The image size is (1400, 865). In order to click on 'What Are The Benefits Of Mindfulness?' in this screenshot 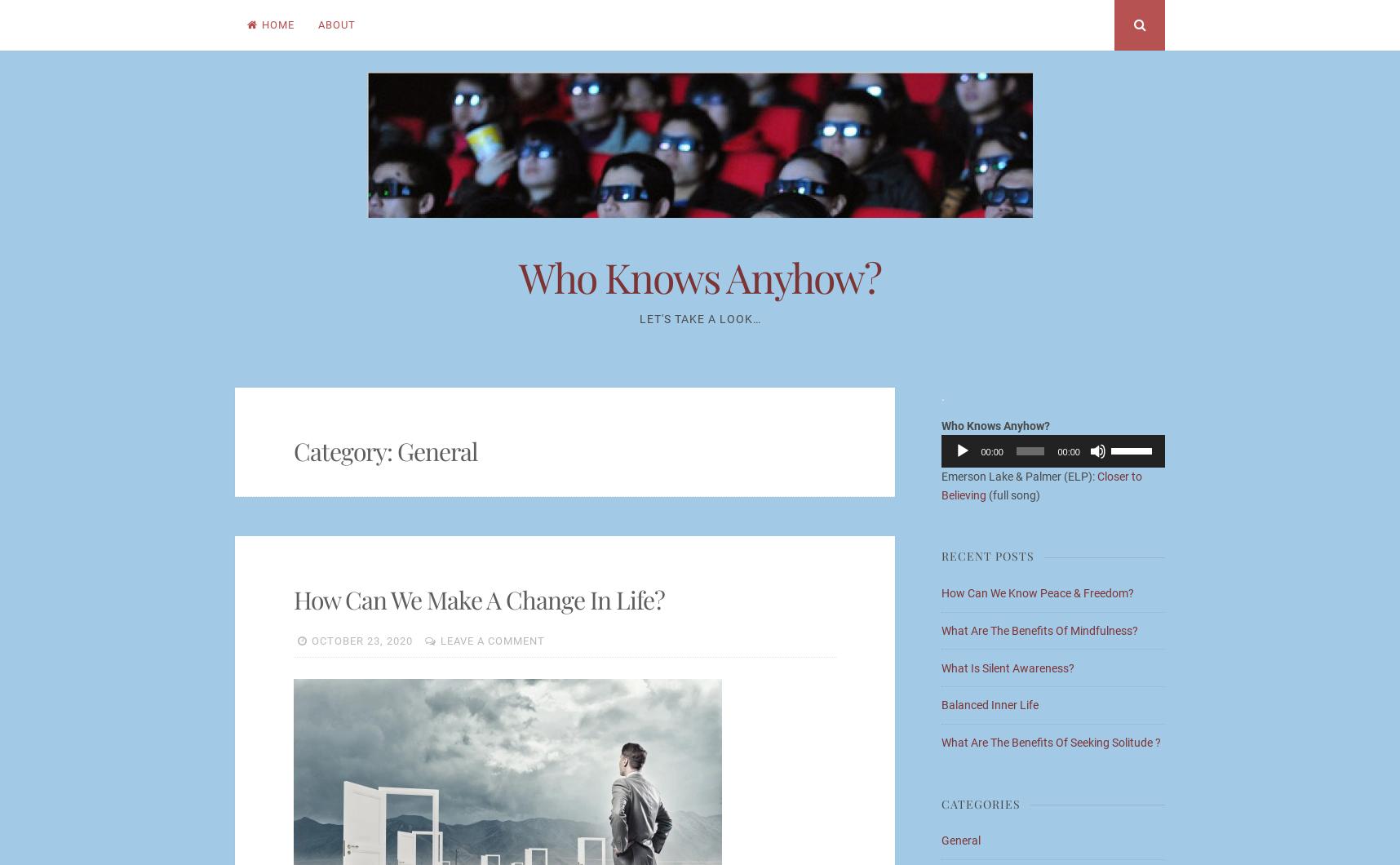, I will do `click(1039, 628)`.